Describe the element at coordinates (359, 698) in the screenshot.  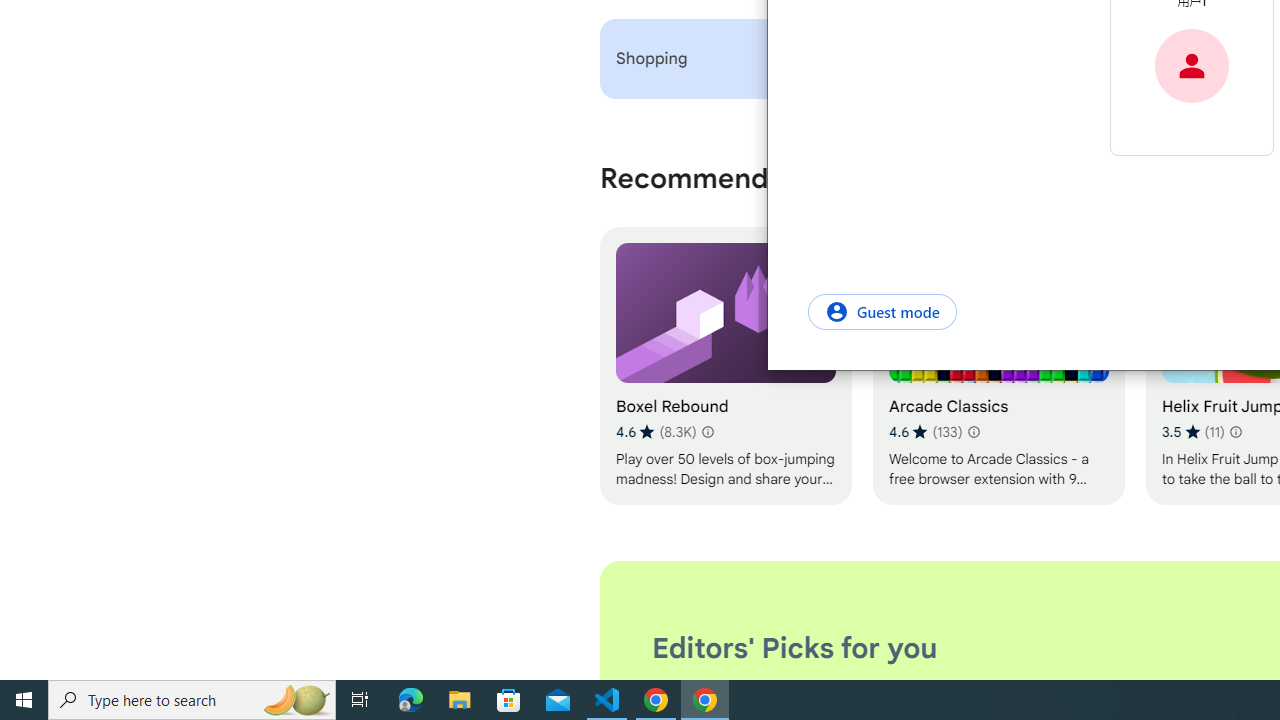
I see `'Task View'` at that location.